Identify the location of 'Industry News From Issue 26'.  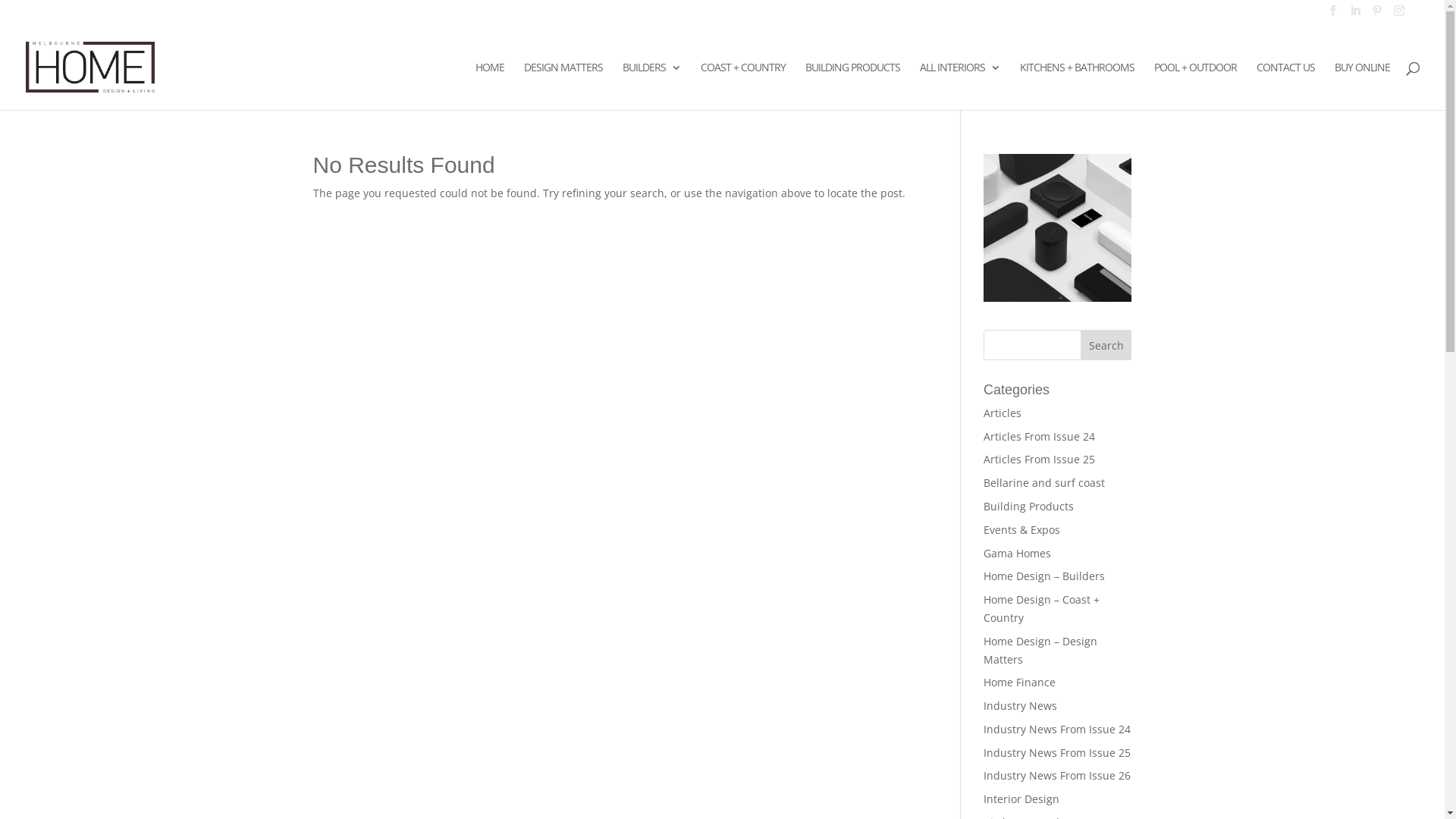
(1056, 775).